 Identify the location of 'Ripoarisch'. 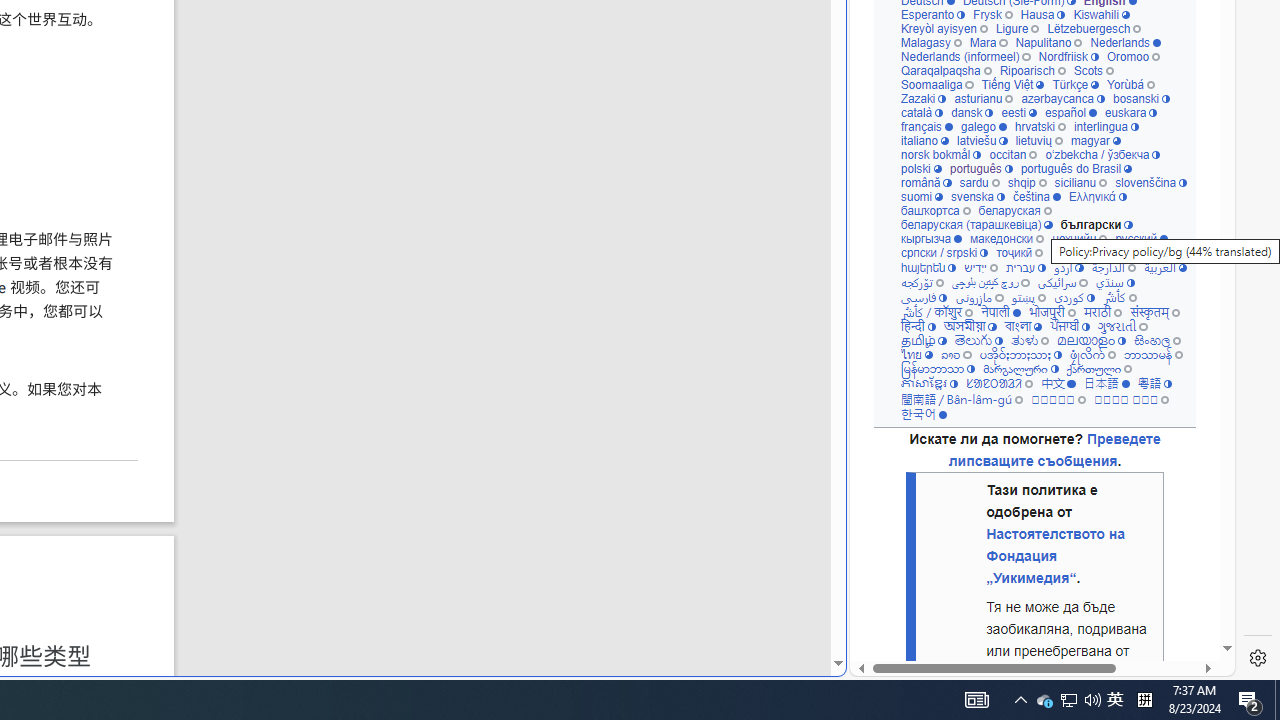
(1032, 69).